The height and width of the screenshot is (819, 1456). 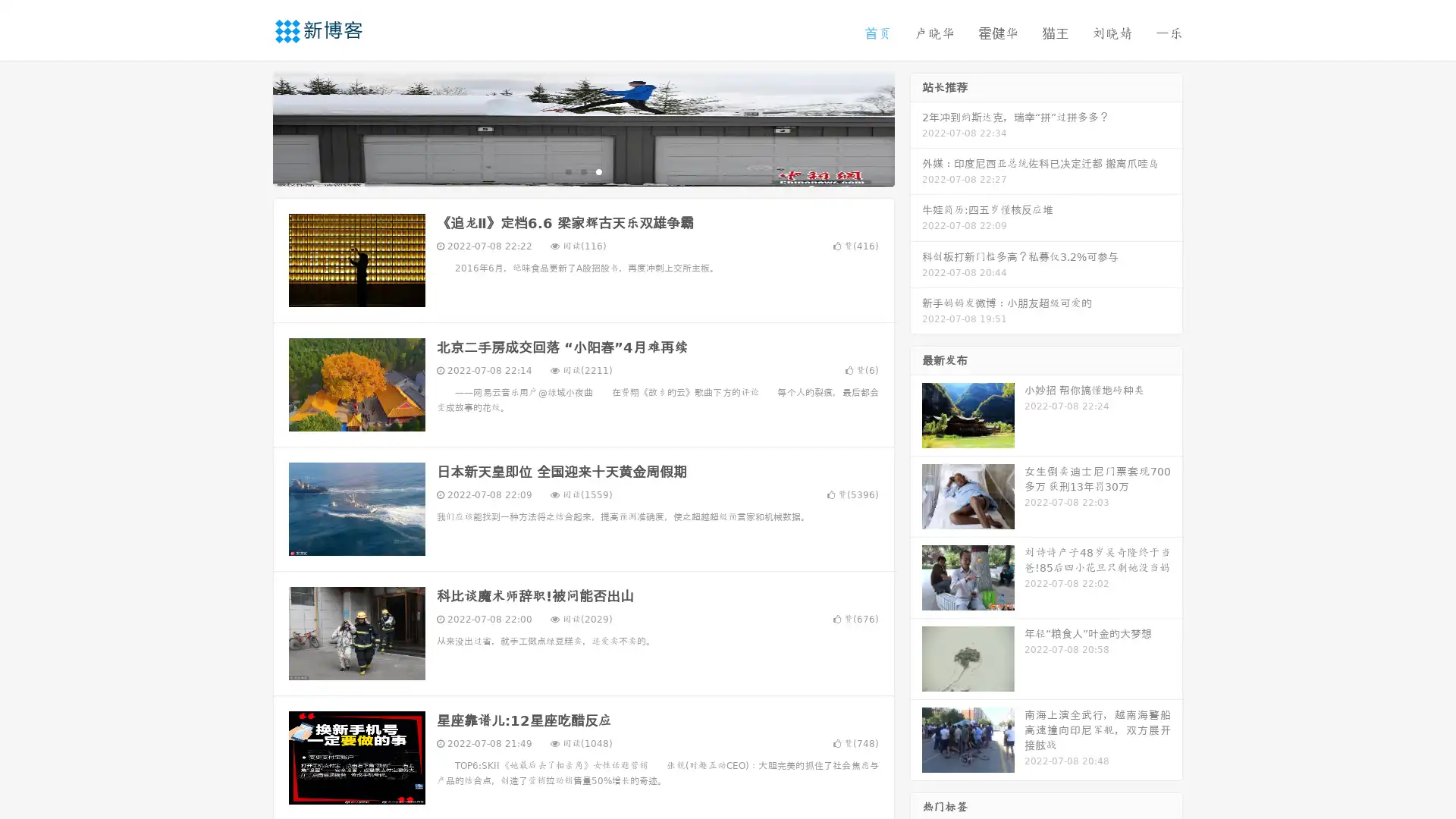 What do you see at coordinates (250, 127) in the screenshot?
I see `Previous slide` at bounding box center [250, 127].